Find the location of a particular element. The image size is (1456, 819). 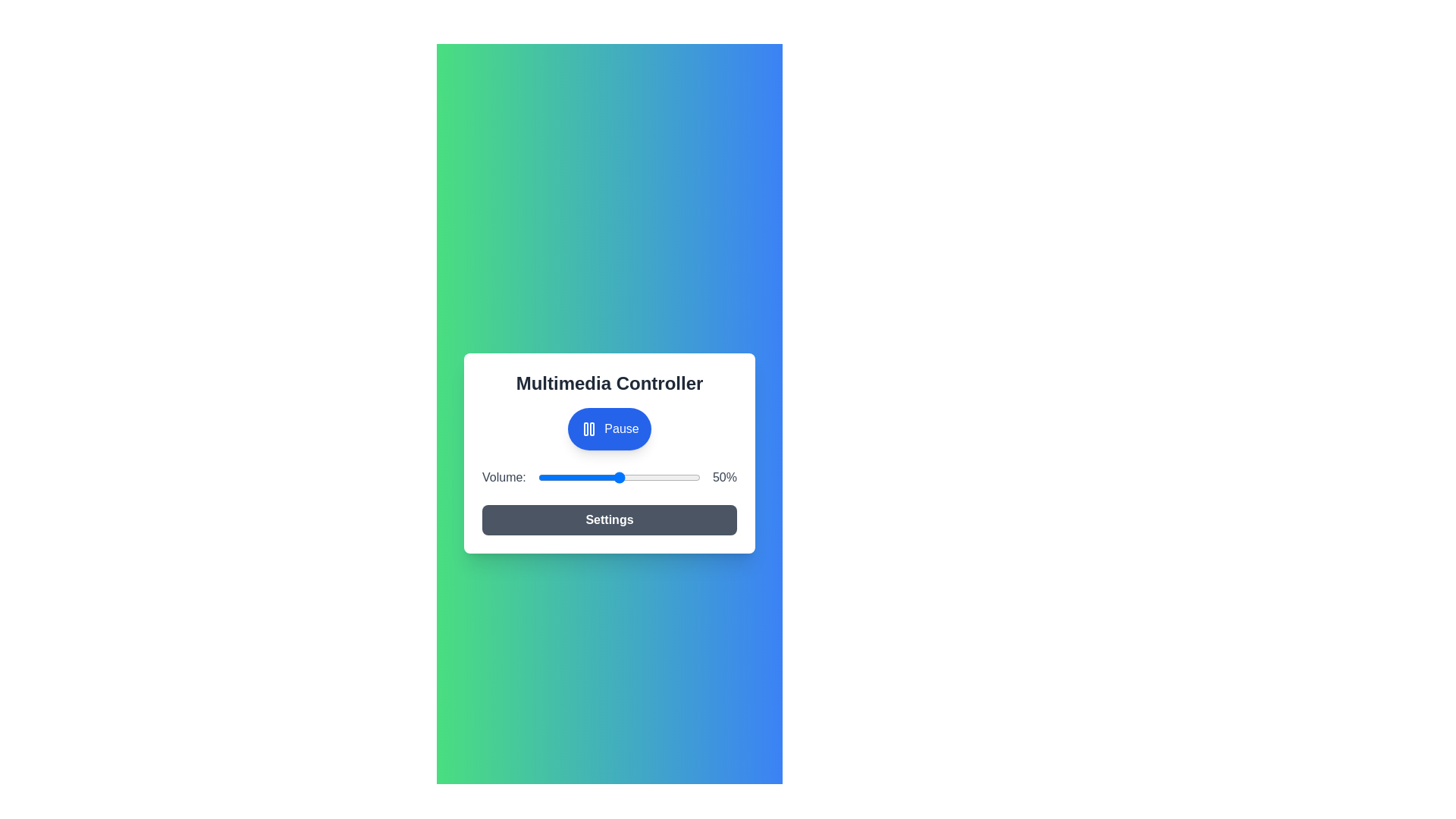

the volume is located at coordinates (670, 476).